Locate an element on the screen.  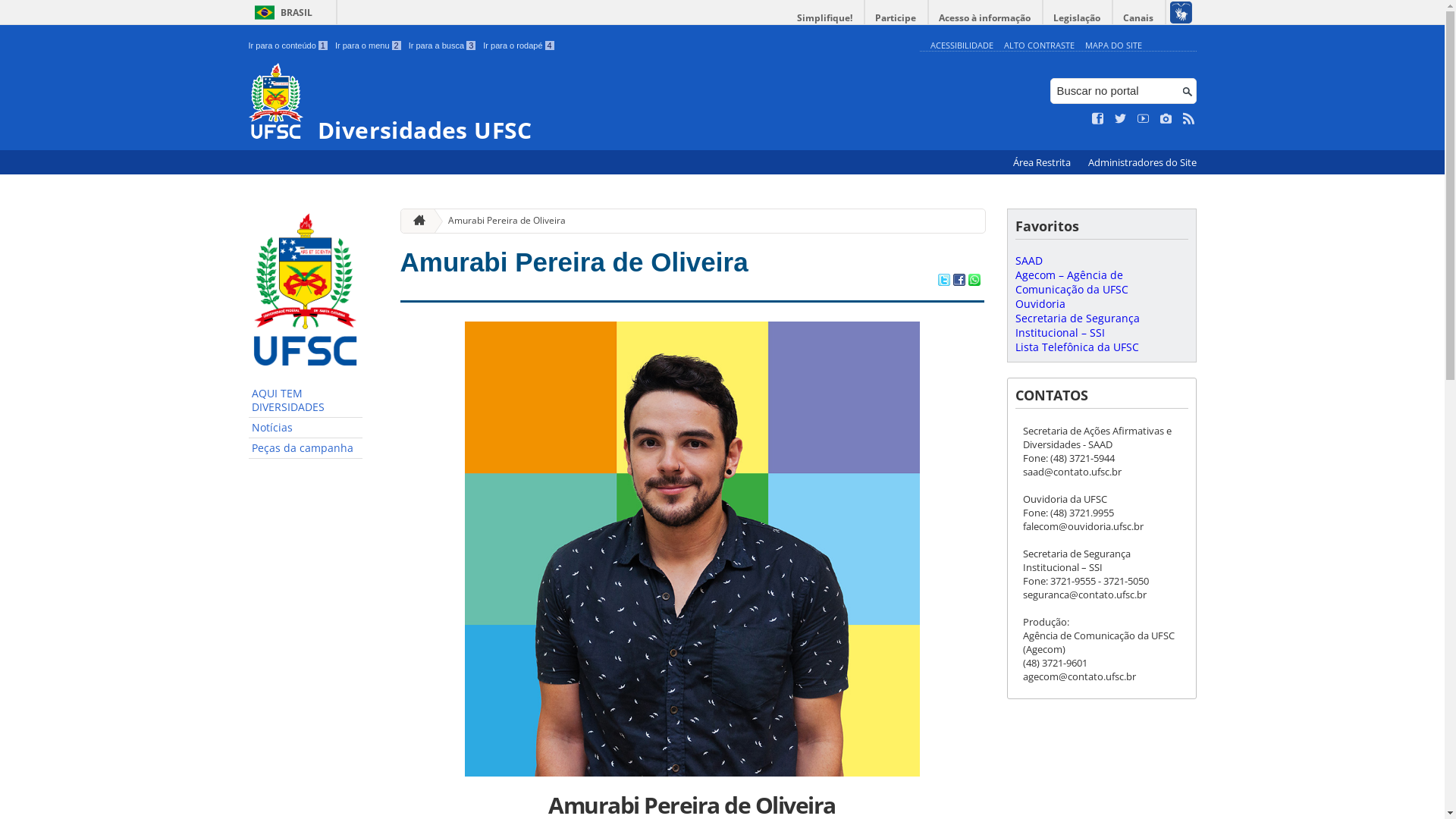
'Simplifique!' is located at coordinates (786, 17).